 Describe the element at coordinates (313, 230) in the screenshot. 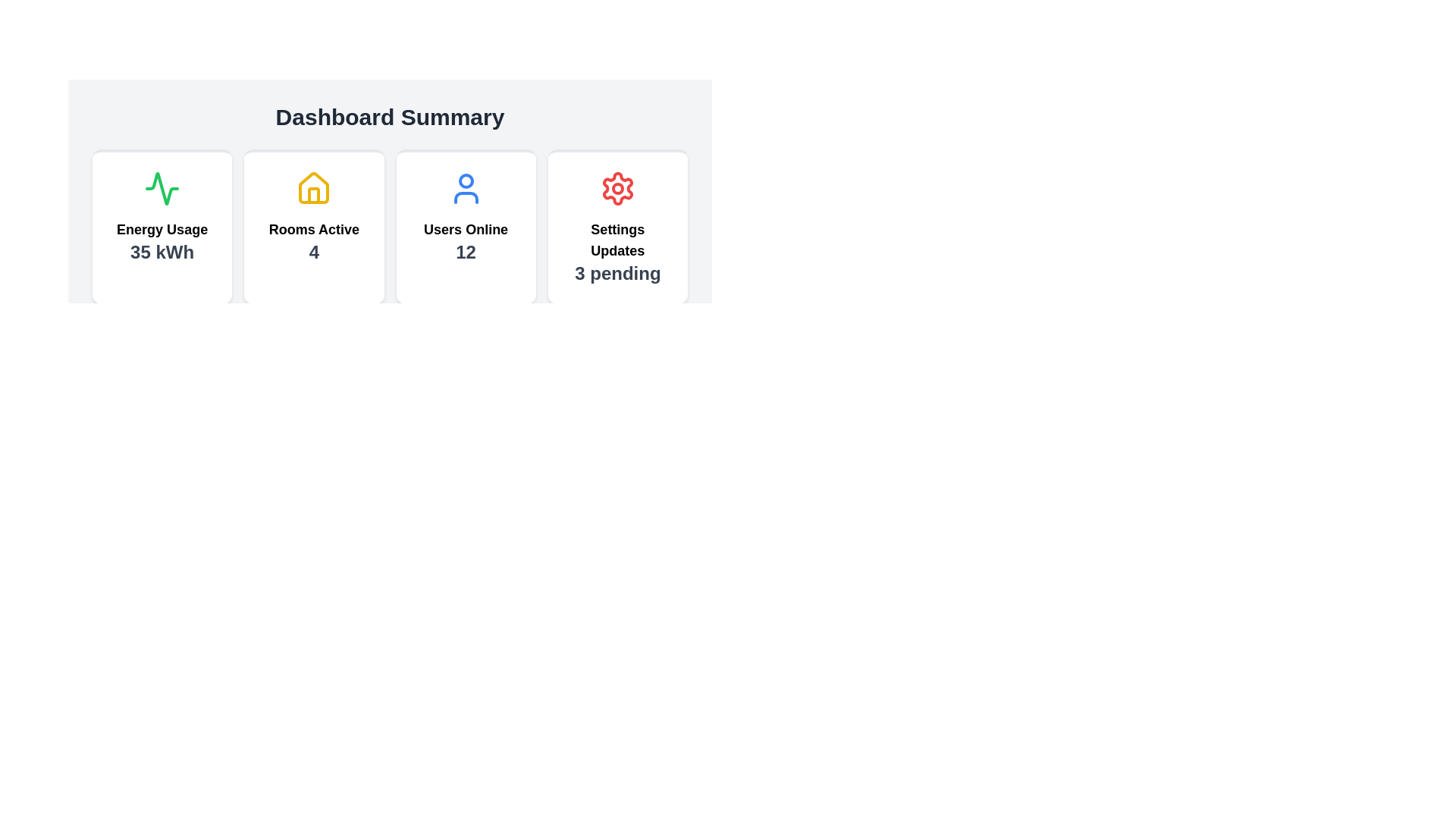

I see `the 'Rooms Active' text label that identifies the category within the dashboard, located in the second column of the card layout` at that location.